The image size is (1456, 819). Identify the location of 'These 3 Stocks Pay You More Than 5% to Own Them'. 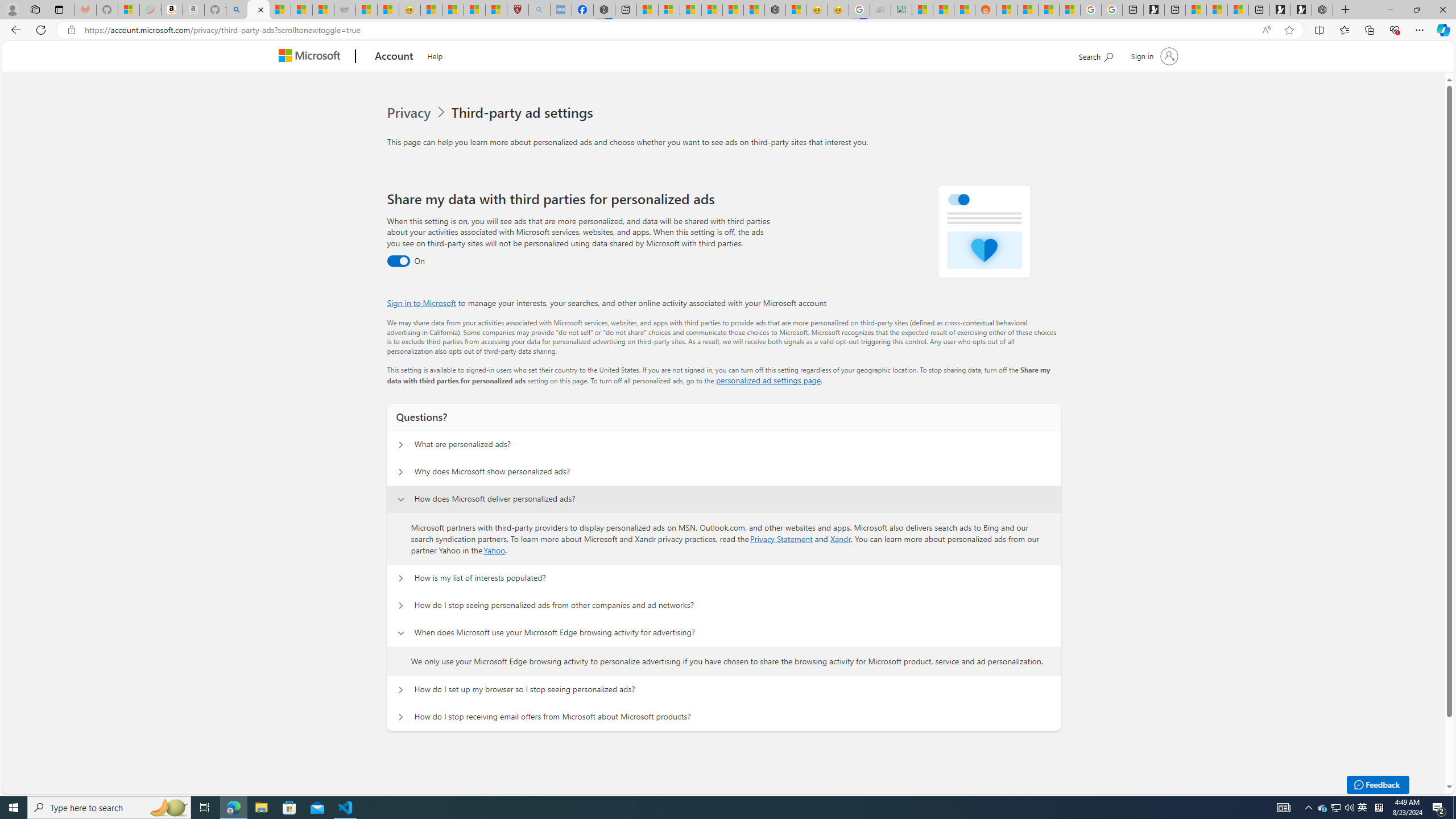
(1238, 9).